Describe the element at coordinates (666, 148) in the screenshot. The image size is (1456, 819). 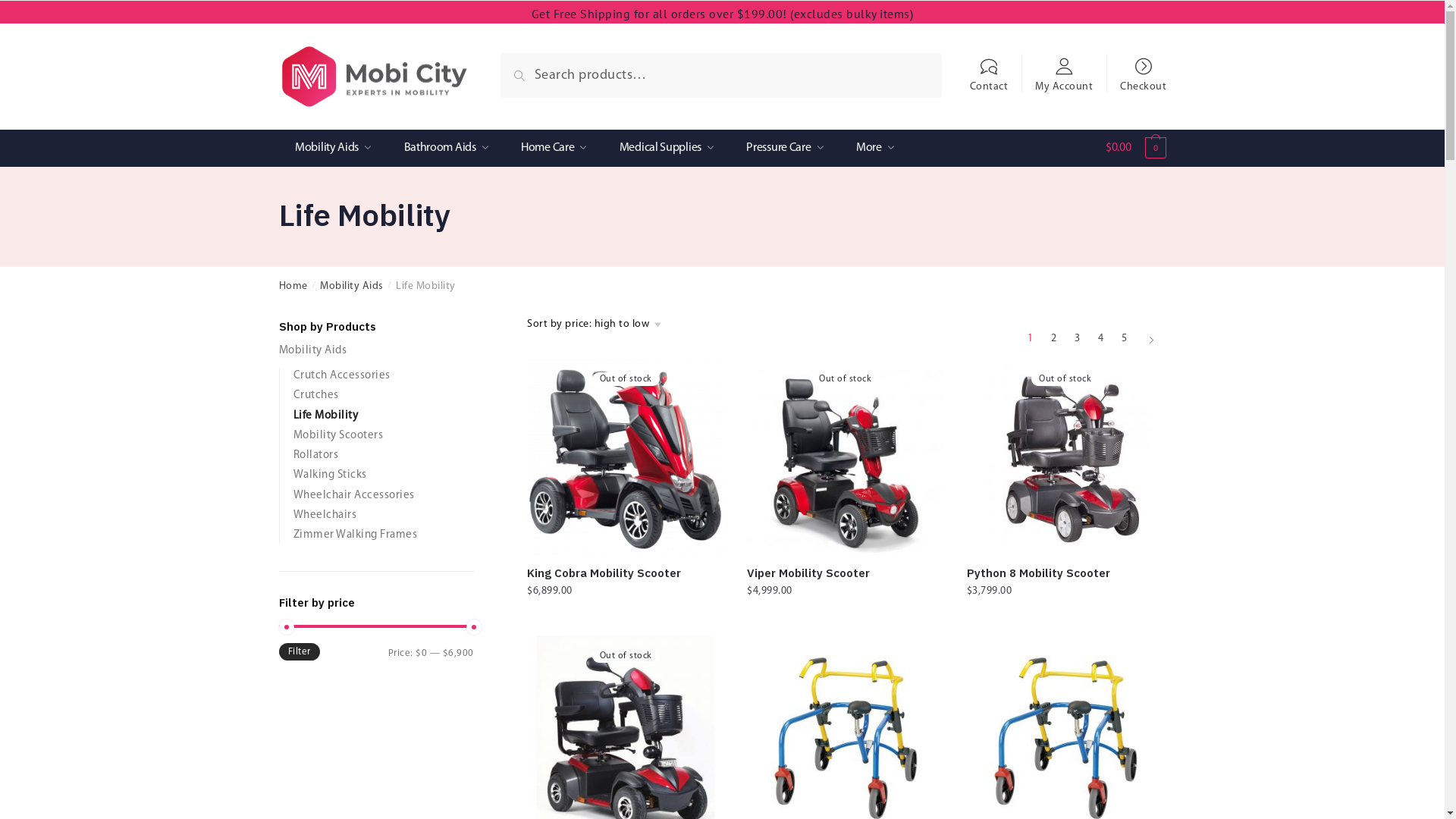
I see `'Medical Supplies'` at that location.